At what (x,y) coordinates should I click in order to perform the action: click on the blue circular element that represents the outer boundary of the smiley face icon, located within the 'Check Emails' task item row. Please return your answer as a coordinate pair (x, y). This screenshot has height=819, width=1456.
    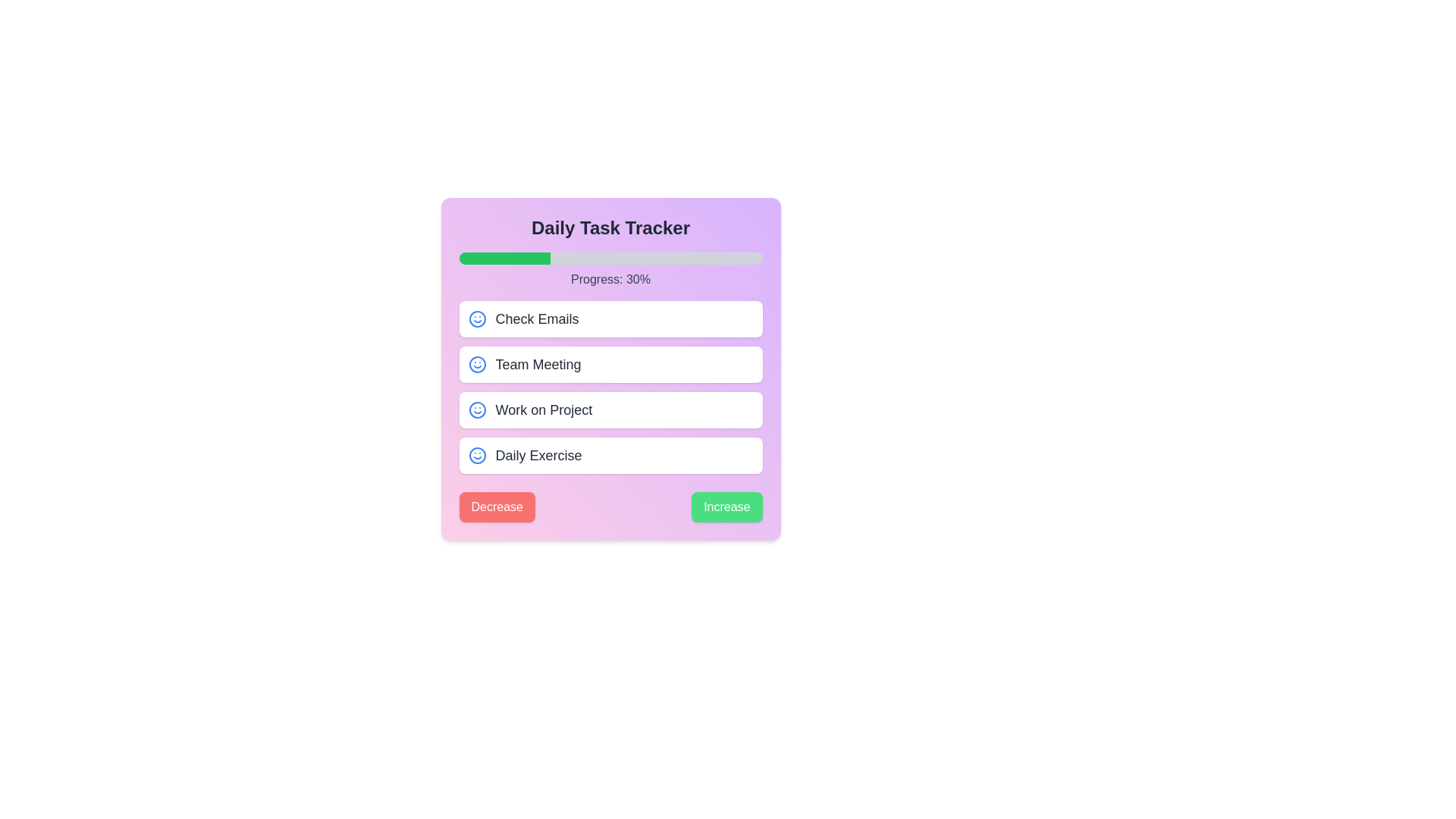
    Looking at the image, I should click on (476, 455).